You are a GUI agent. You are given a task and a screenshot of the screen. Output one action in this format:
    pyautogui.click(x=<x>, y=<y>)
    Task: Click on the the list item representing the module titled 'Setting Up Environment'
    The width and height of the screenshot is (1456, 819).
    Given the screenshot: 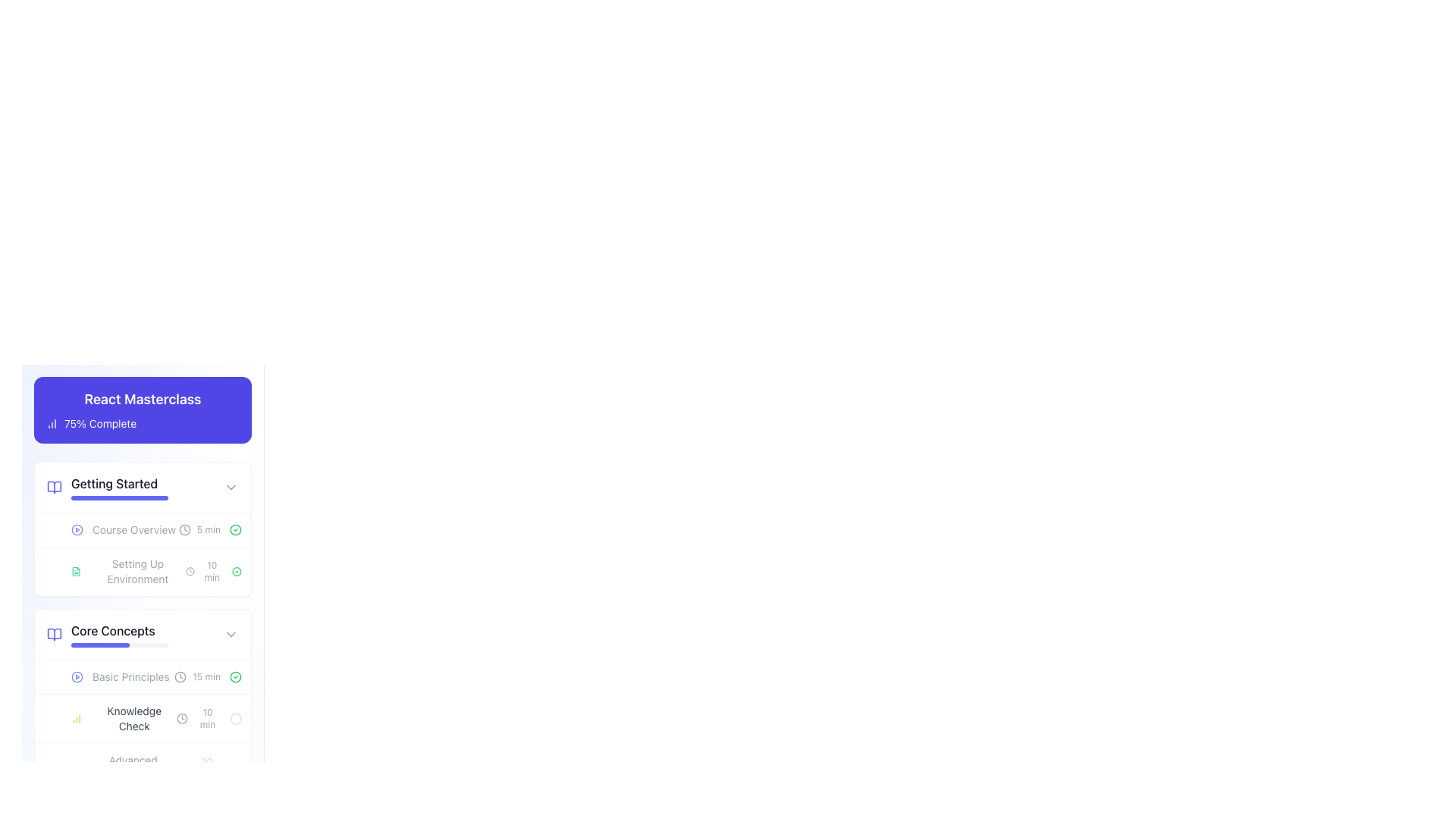 What is the action you would take?
    pyautogui.click(x=143, y=571)
    